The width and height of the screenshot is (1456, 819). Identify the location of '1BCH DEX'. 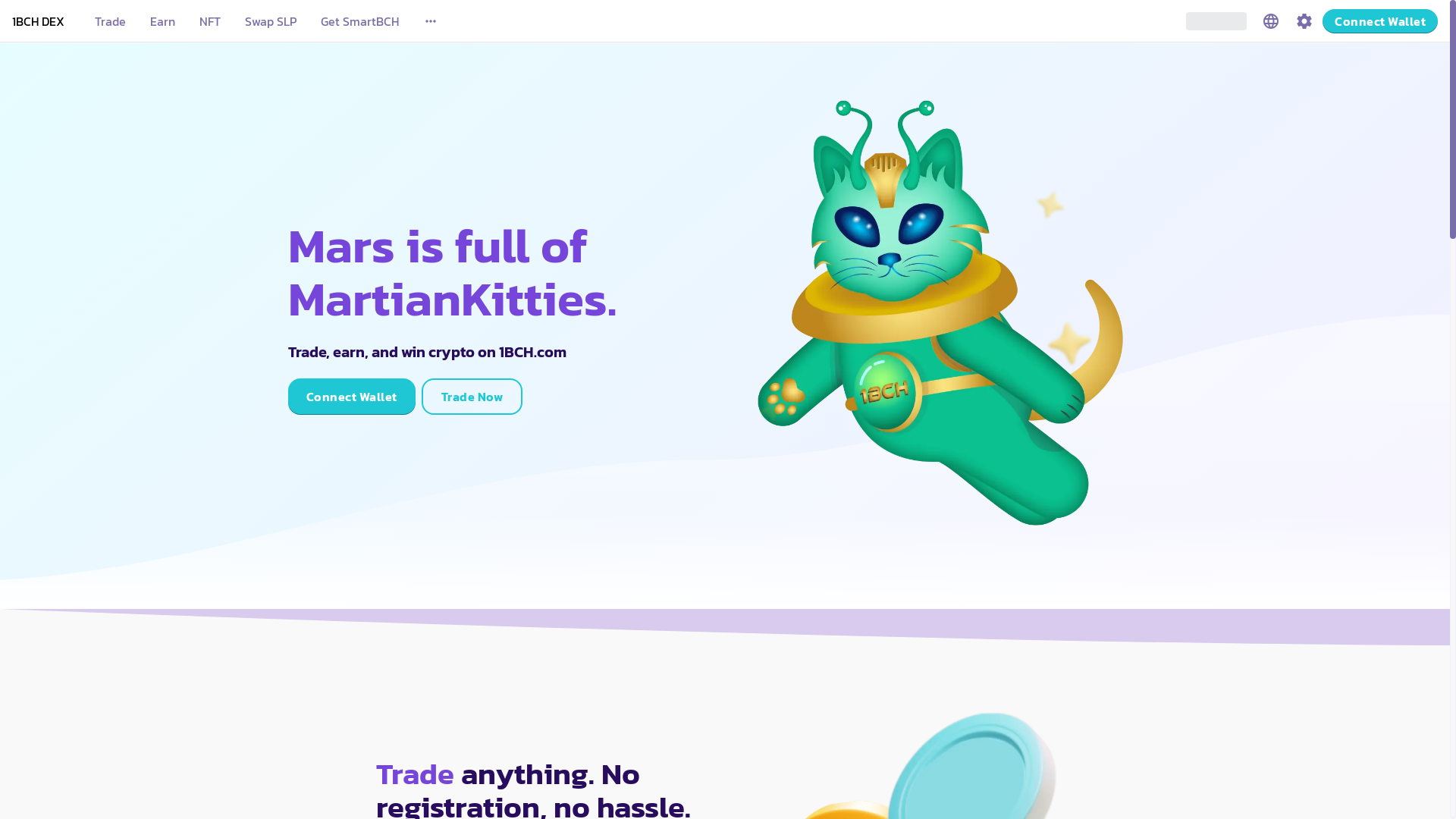
(38, 20).